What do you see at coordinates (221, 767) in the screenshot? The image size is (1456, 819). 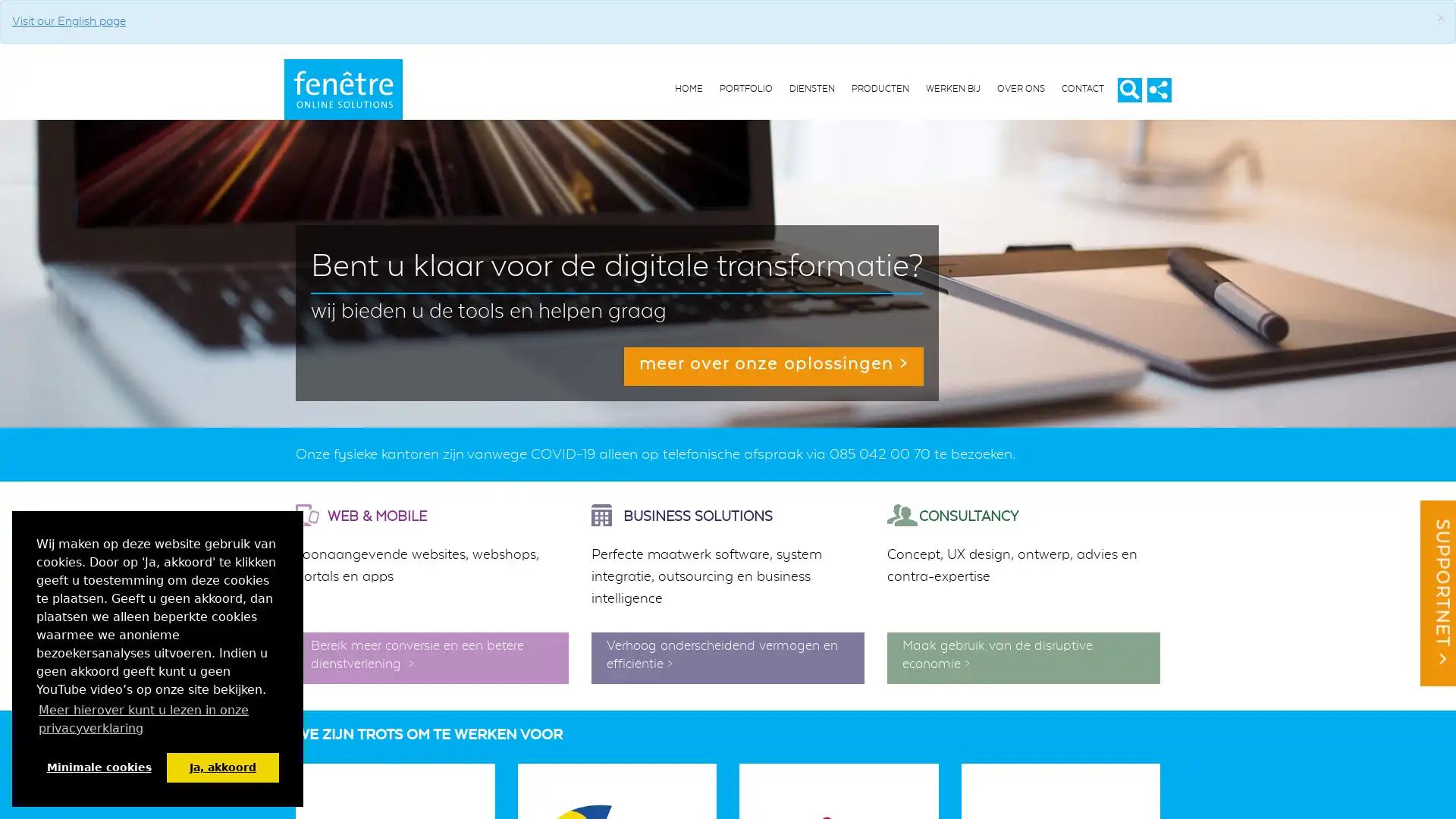 I see `allow cookies` at bounding box center [221, 767].